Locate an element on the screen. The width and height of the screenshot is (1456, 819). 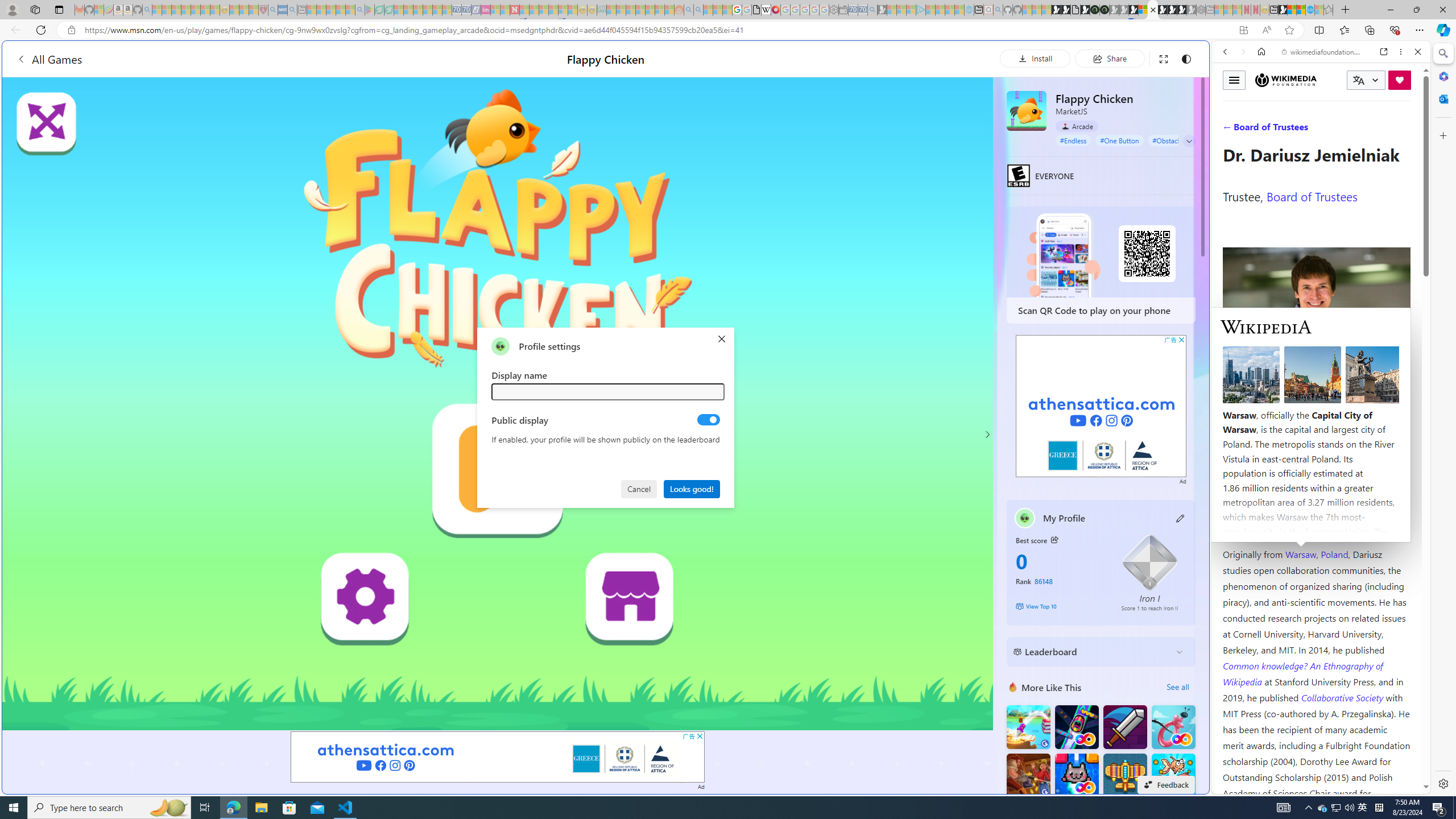
'14 Common Myths Debunked By Scientific Facts - Sleeping' is located at coordinates (533, 9).